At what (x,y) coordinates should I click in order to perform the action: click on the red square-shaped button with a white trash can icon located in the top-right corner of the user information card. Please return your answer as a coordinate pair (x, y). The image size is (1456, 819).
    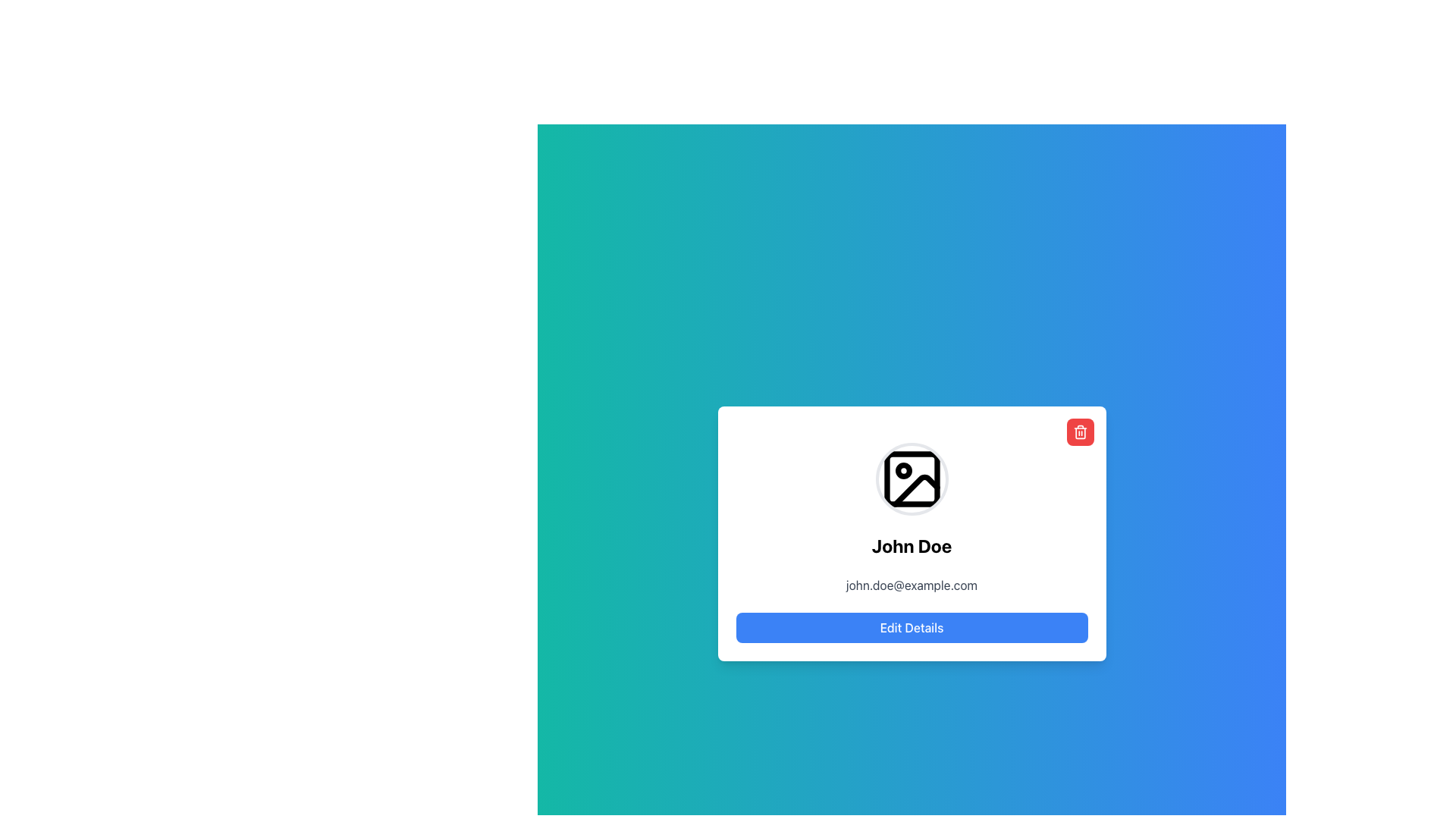
    Looking at the image, I should click on (1079, 432).